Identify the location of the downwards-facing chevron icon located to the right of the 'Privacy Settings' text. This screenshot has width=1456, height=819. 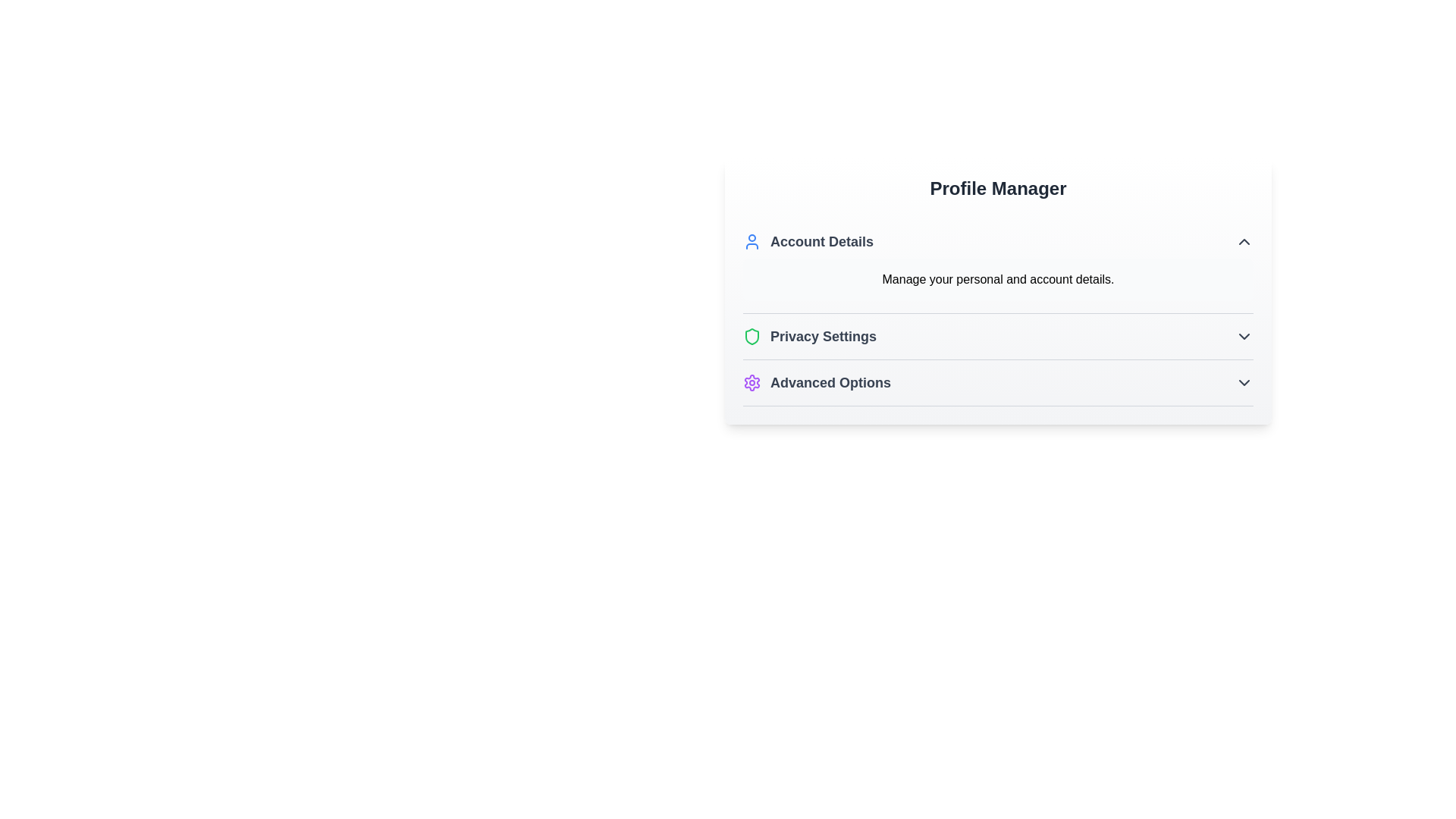
(1244, 335).